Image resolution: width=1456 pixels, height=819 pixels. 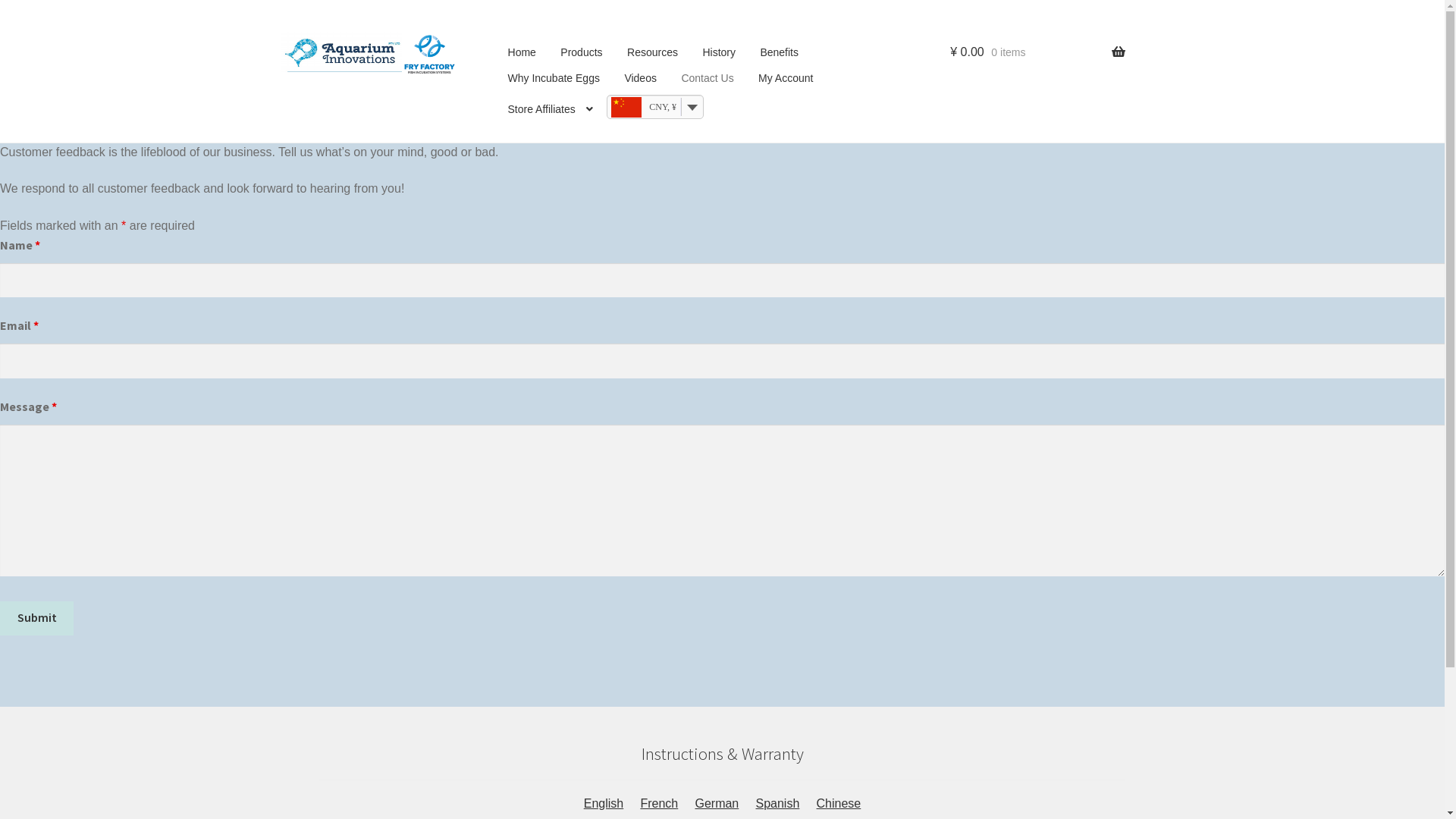 I want to click on 'English', so click(x=603, y=802).